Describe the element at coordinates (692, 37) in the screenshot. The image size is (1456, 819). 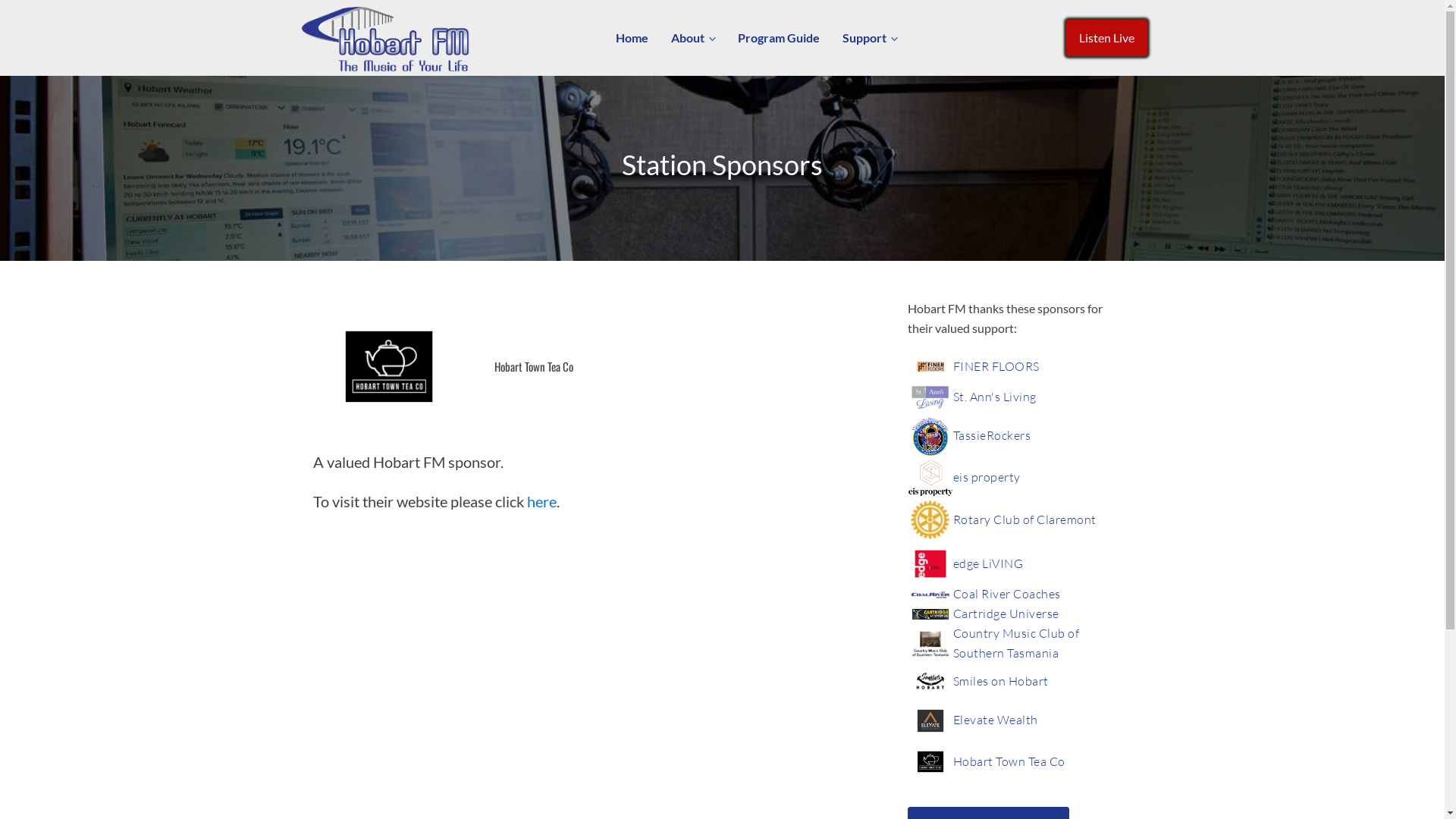
I see `'About'` at that location.